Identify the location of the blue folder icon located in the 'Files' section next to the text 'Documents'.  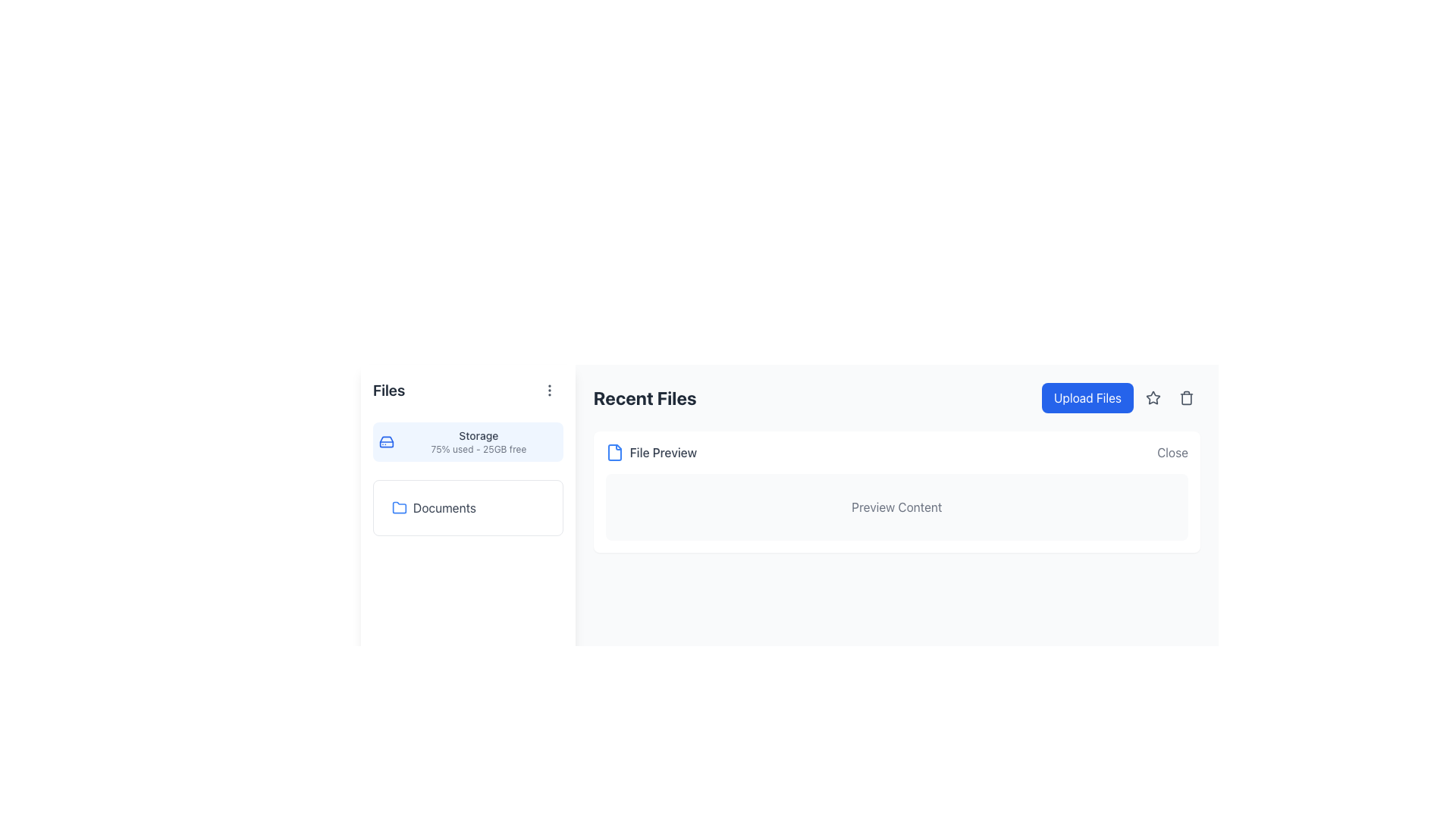
(400, 507).